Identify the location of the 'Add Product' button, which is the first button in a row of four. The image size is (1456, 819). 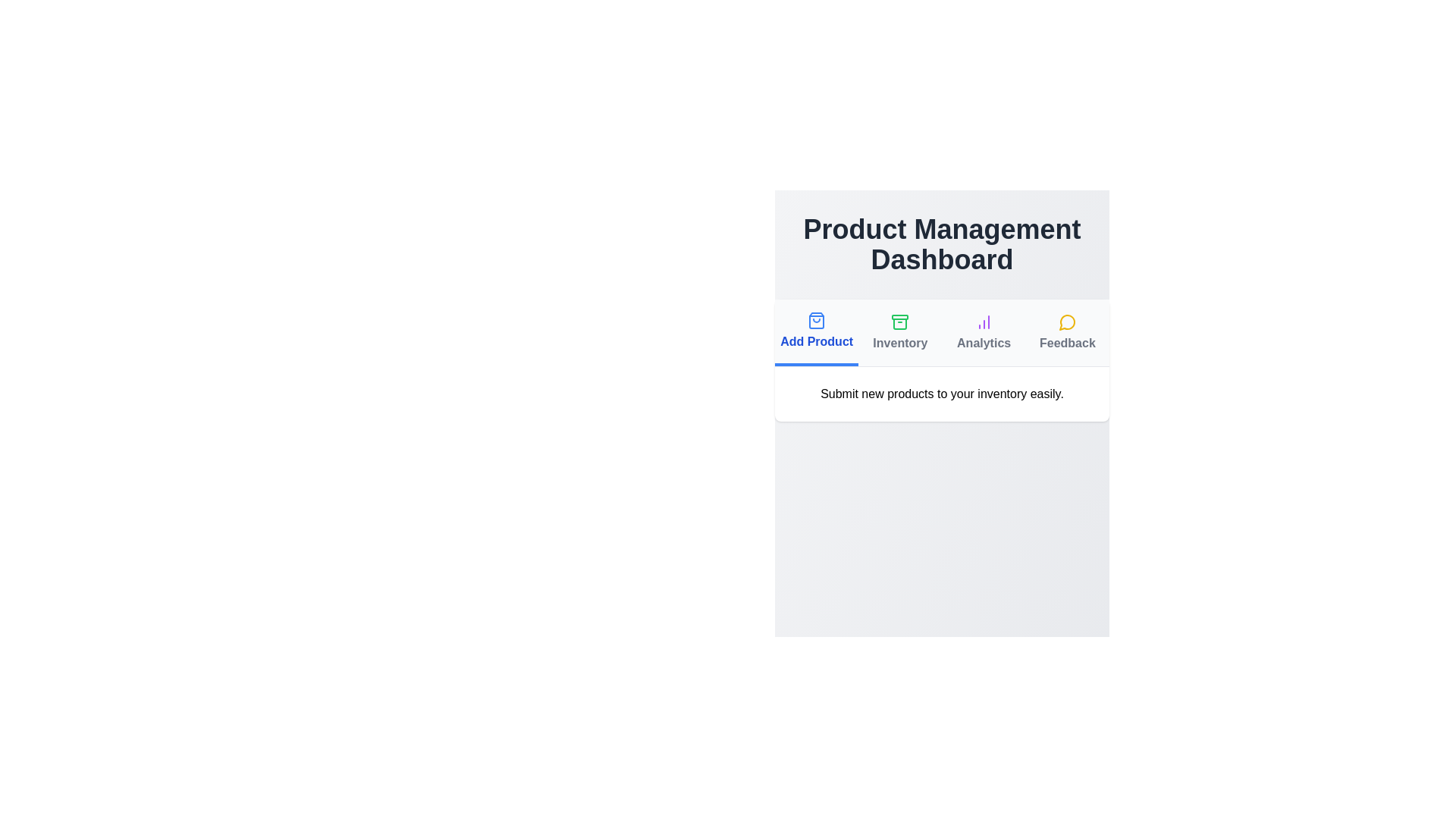
(816, 330).